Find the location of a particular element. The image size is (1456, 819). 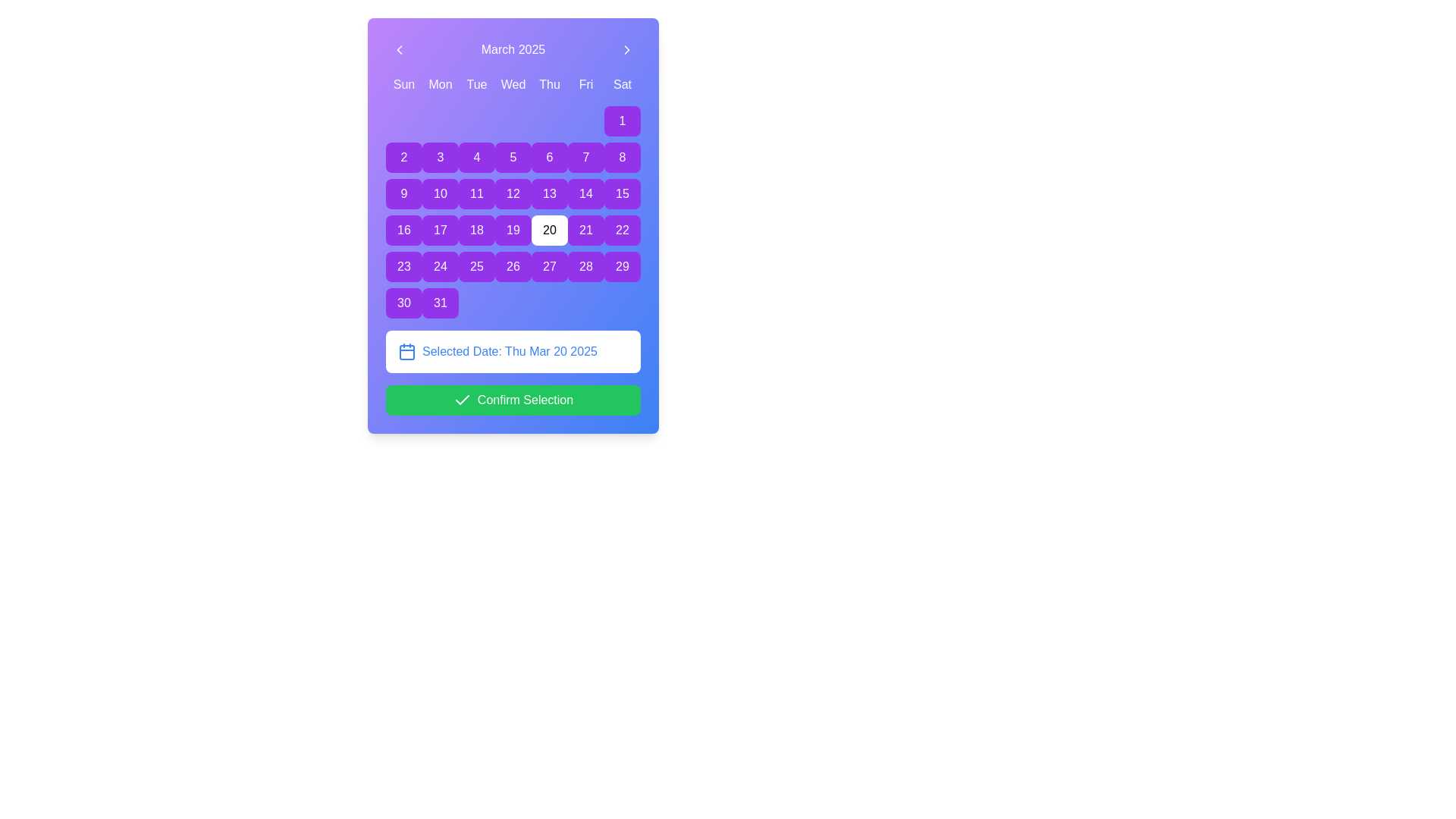

the button representing the date '22' in the March 2025 calendar is located at coordinates (622, 231).